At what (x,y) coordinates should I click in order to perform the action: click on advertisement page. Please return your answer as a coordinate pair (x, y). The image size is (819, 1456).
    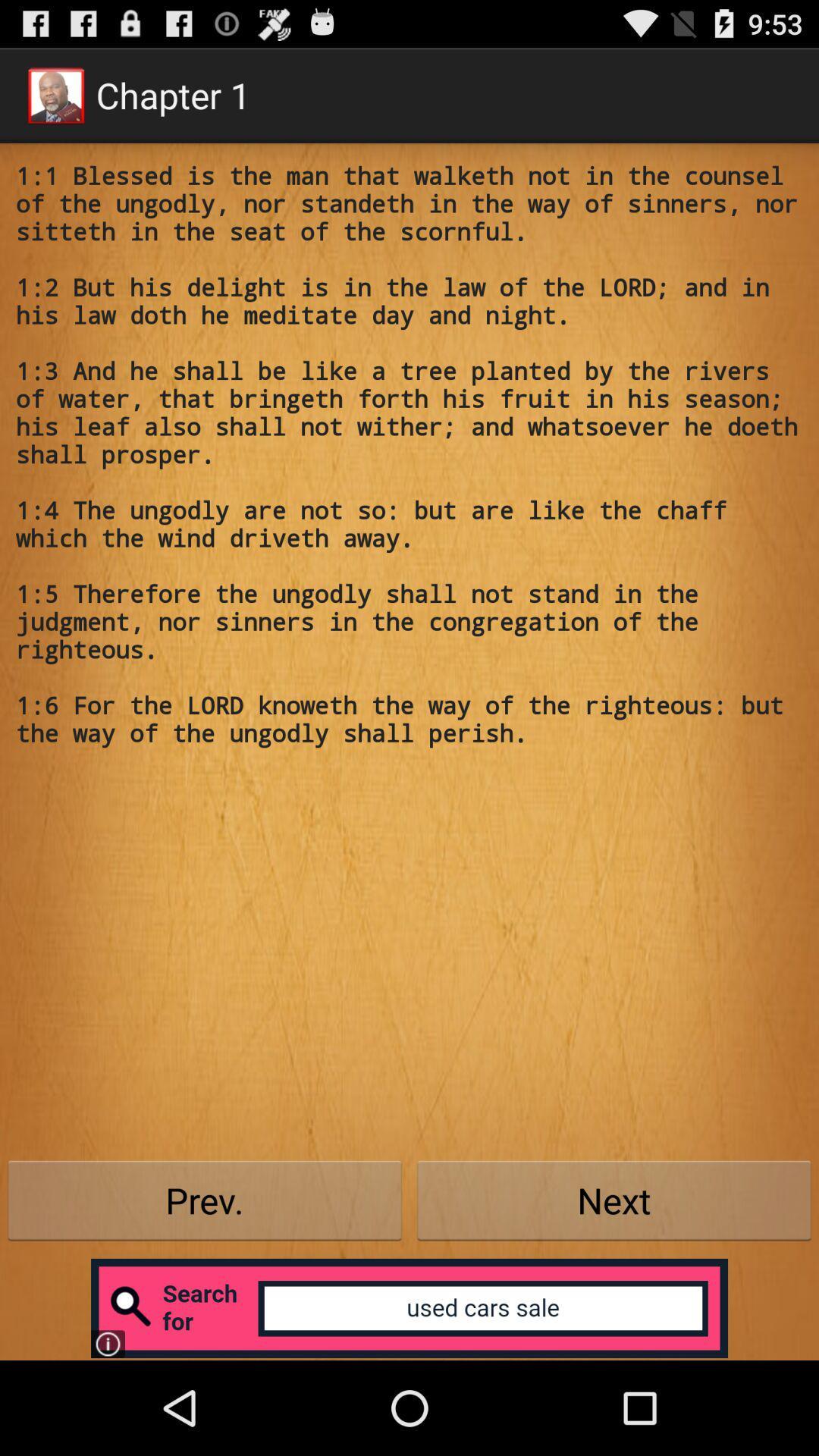
    Looking at the image, I should click on (409, 1307).